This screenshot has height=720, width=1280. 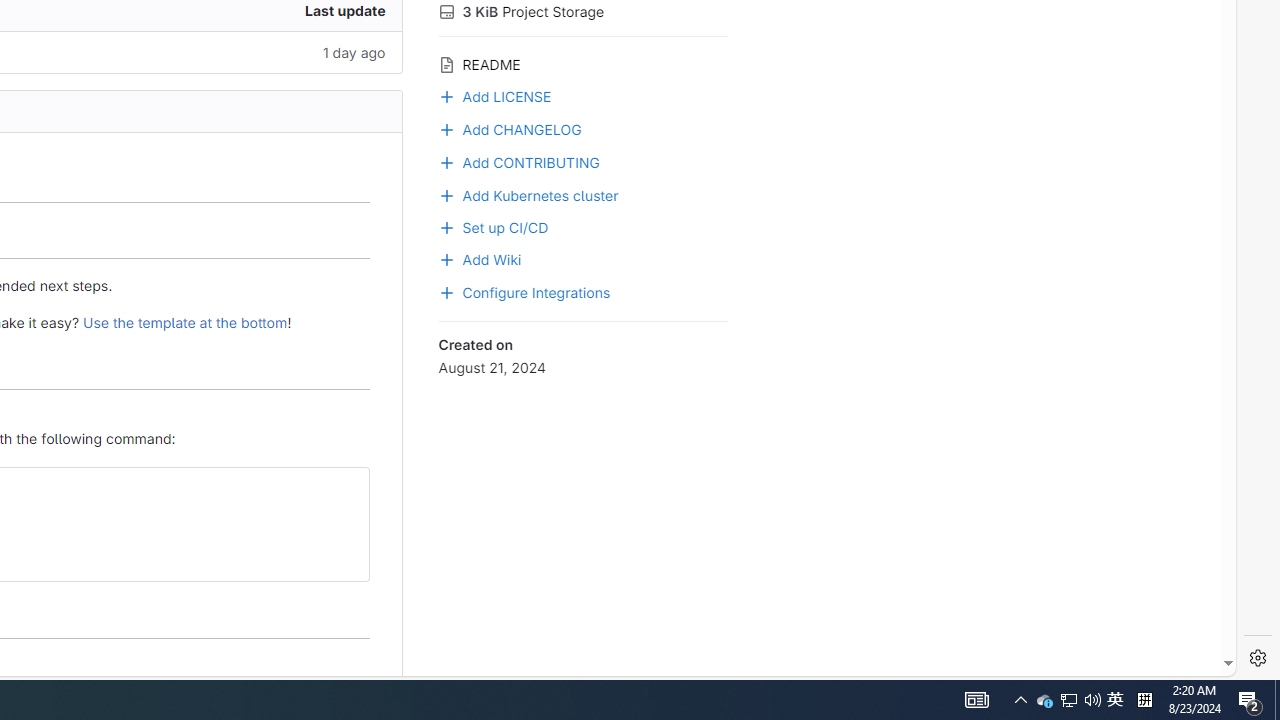 What do you see at coordinates (582, 194) in the screenshot?
I see `'Add Kubernetes cluster'` at bounding box center [582, 194].